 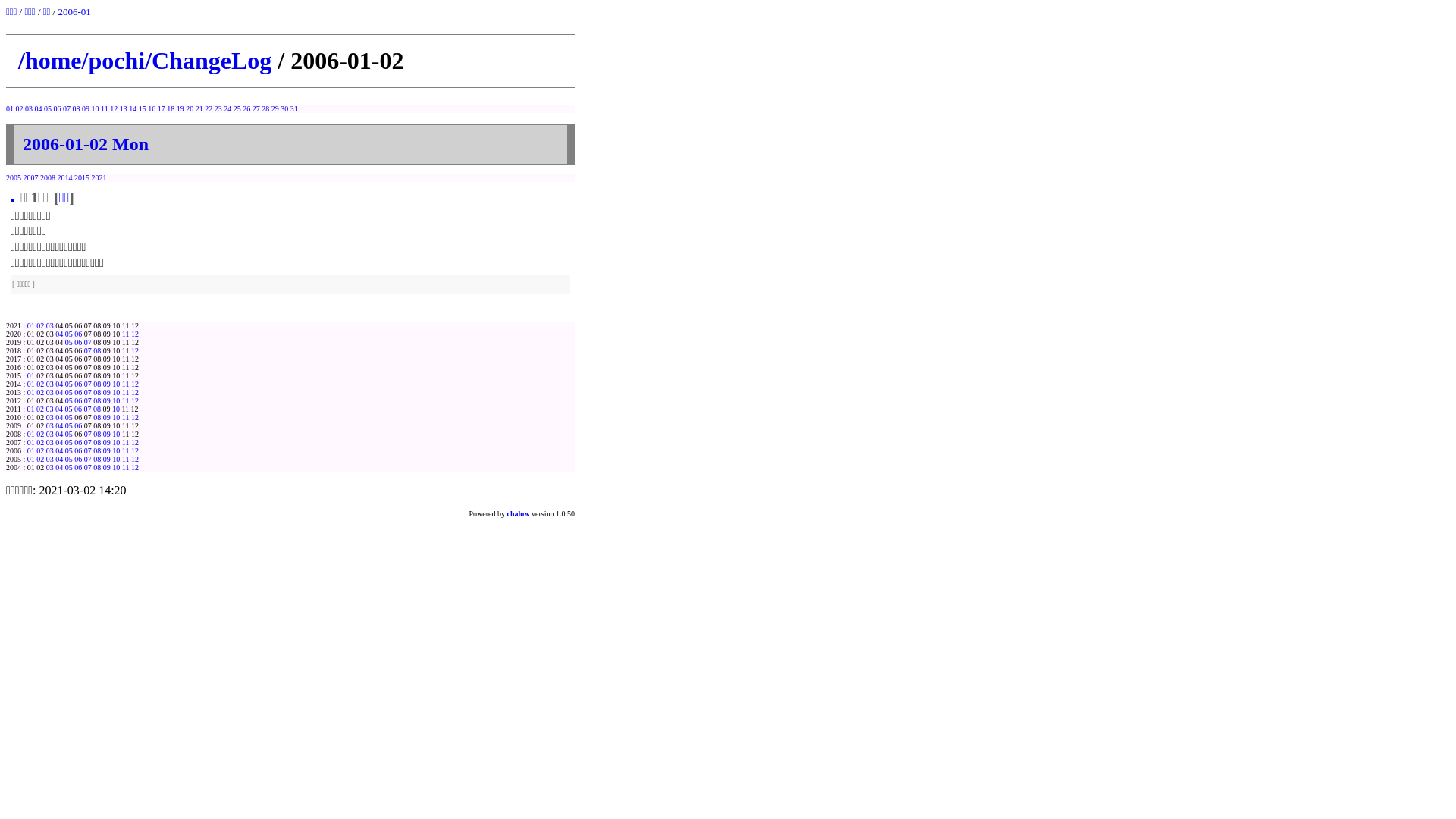 What do you see at coordinates (58, 434) in the screenshot?
I see `'04'` at bounding box center [58, 434].